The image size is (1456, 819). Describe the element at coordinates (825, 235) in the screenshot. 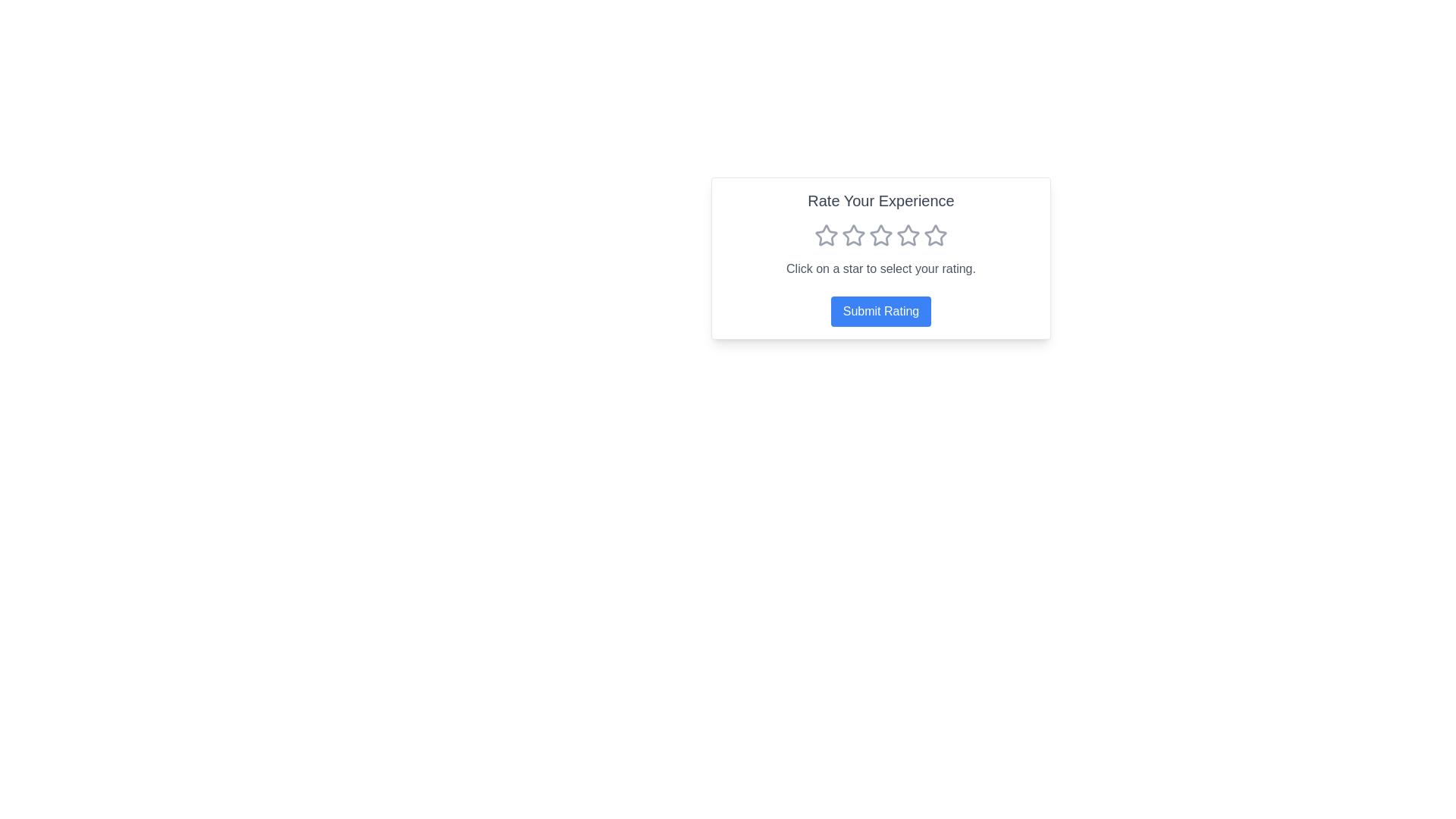

I see `the first rating star SVG element, which indicates the lowest positive rating in the five-star rating system, located beneath the text 'Rate Your Experience'` at that location.